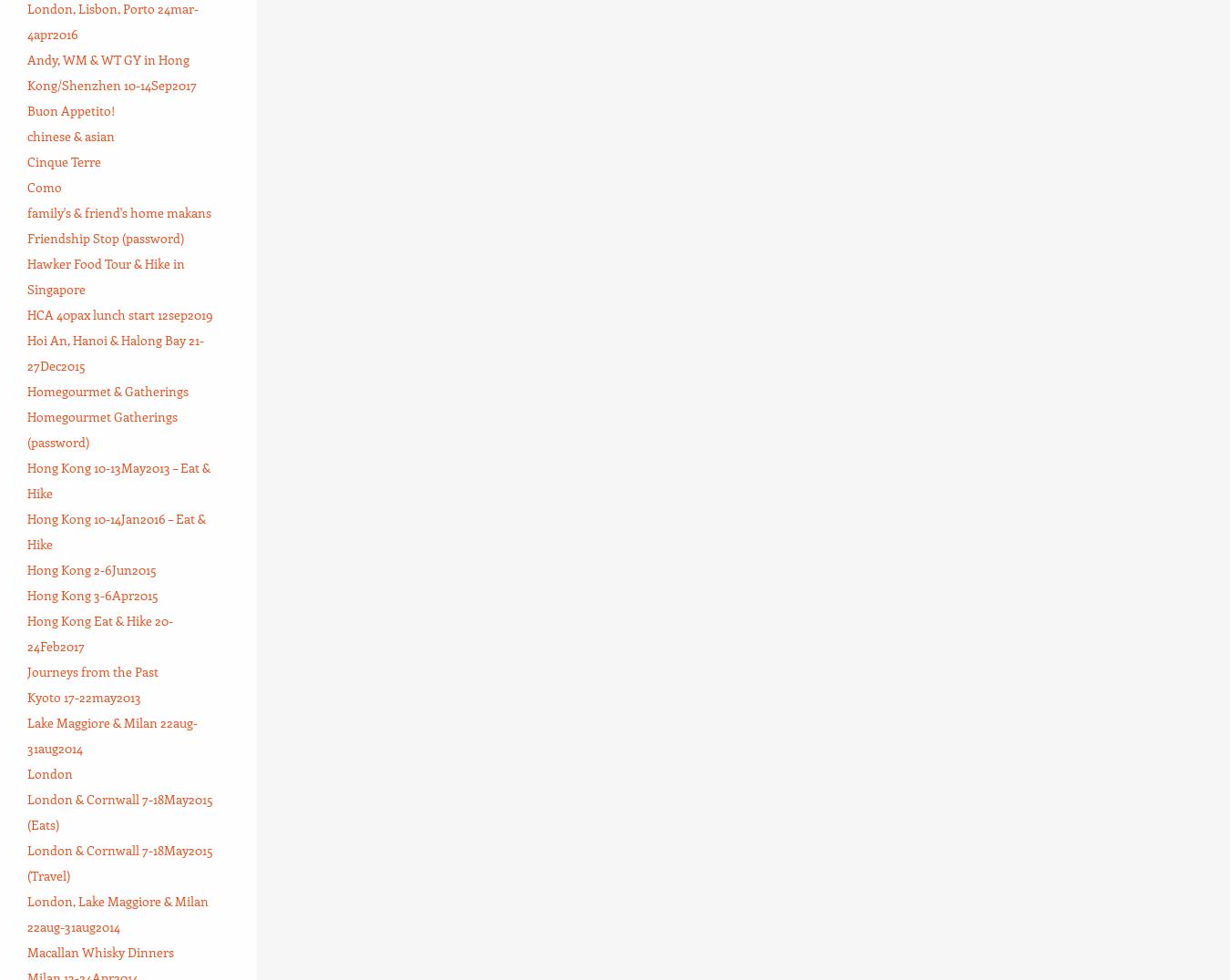 The width and height of the screenshot is (1230, 980). What do you see at coordinates (116, 351) in the screenshot?
I see `'Hoi An, Hanoi & Halong Bay 21-27Dec2015'` at bounding box center [116, 351].